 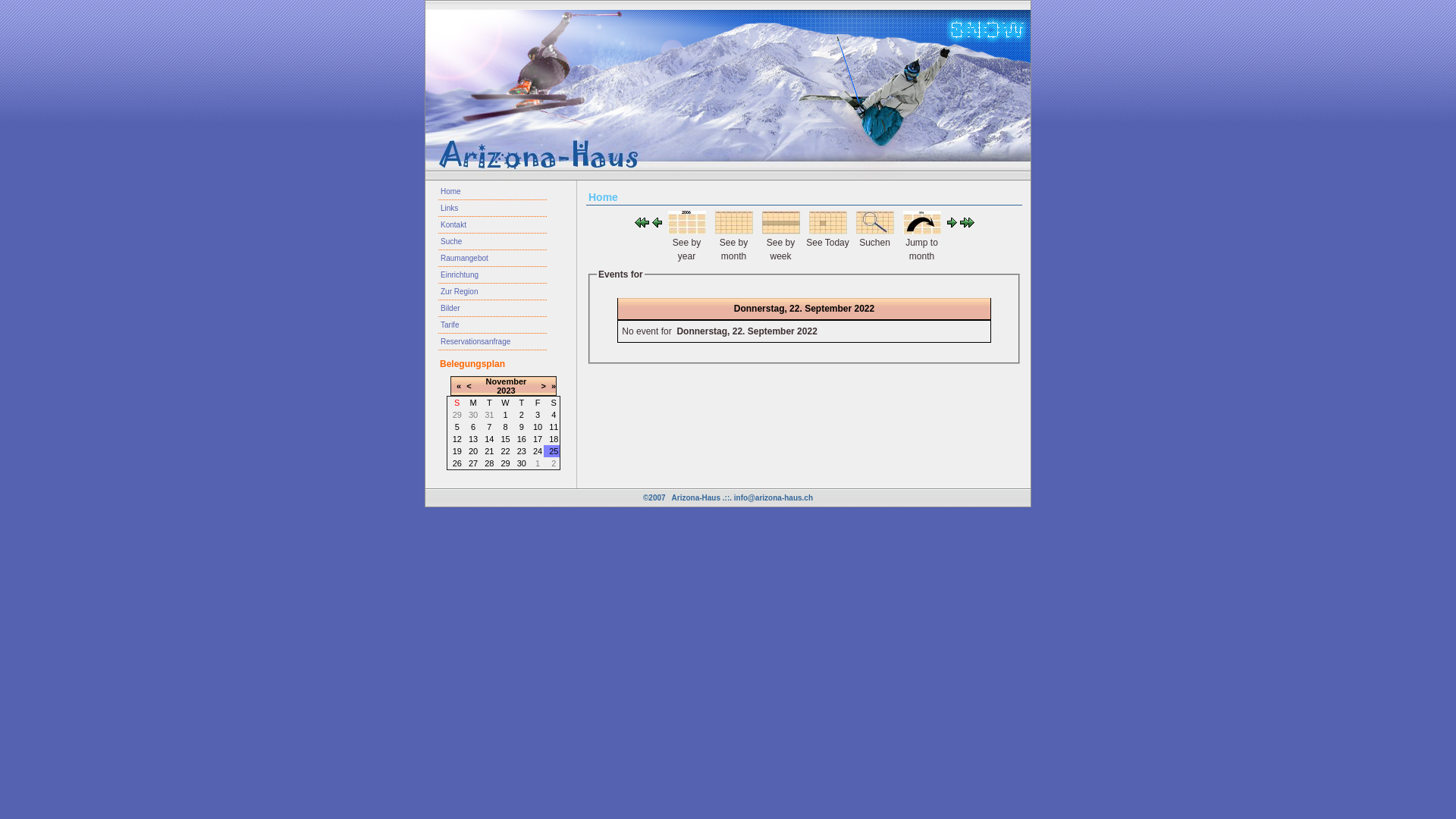 What do you see at coordinates (457, 462) in the screenshot?
I see `'26'` at bounding box center [457, 462].